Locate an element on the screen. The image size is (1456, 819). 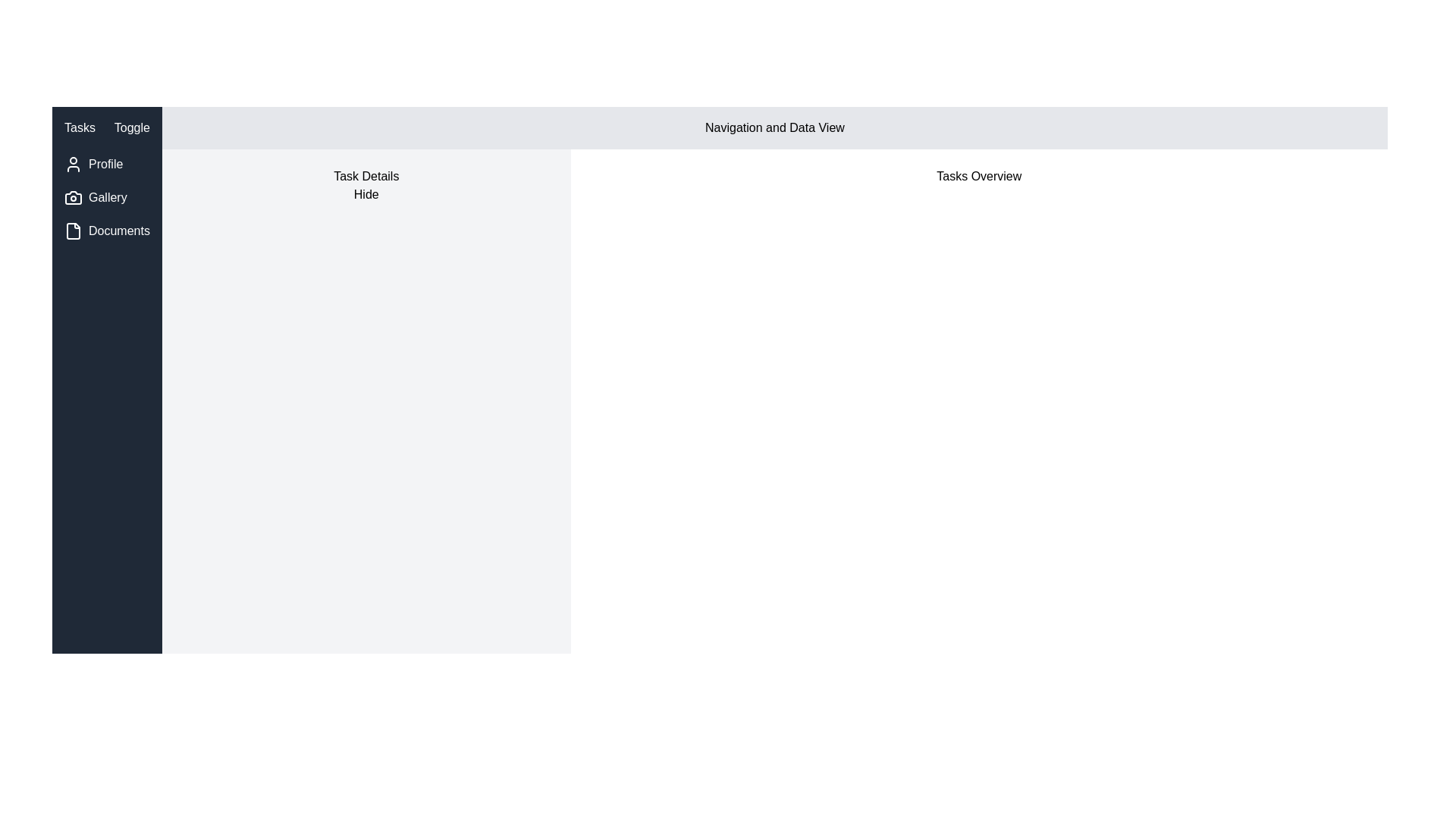
the 'Profile' text label located in the left sidebar menu, which is positioned above the 'Gallery' and 'Documents' labels is located at coordinates (105, 164).